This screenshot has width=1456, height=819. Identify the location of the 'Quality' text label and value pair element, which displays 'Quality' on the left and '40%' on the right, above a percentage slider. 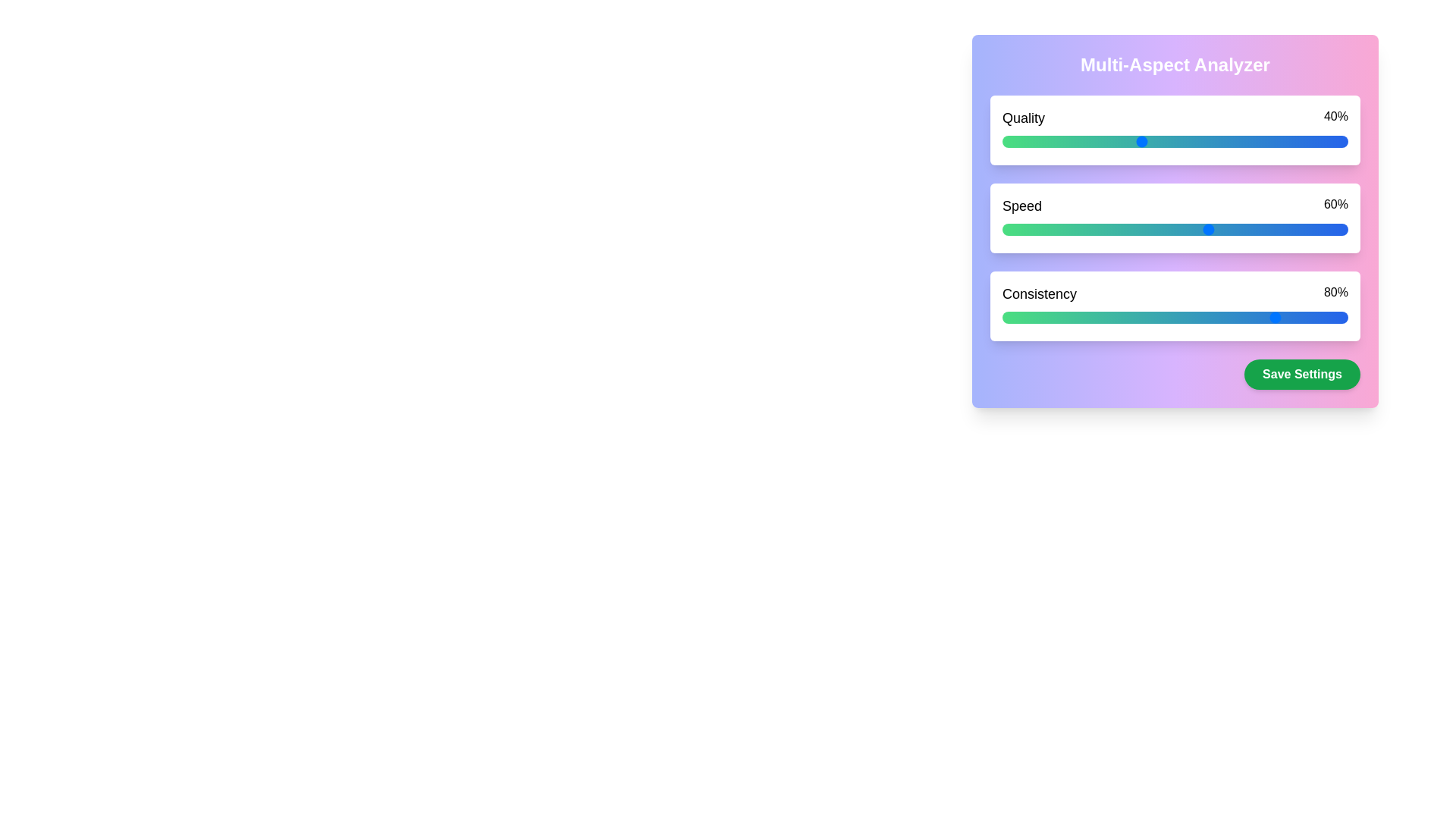
(1175, 117).